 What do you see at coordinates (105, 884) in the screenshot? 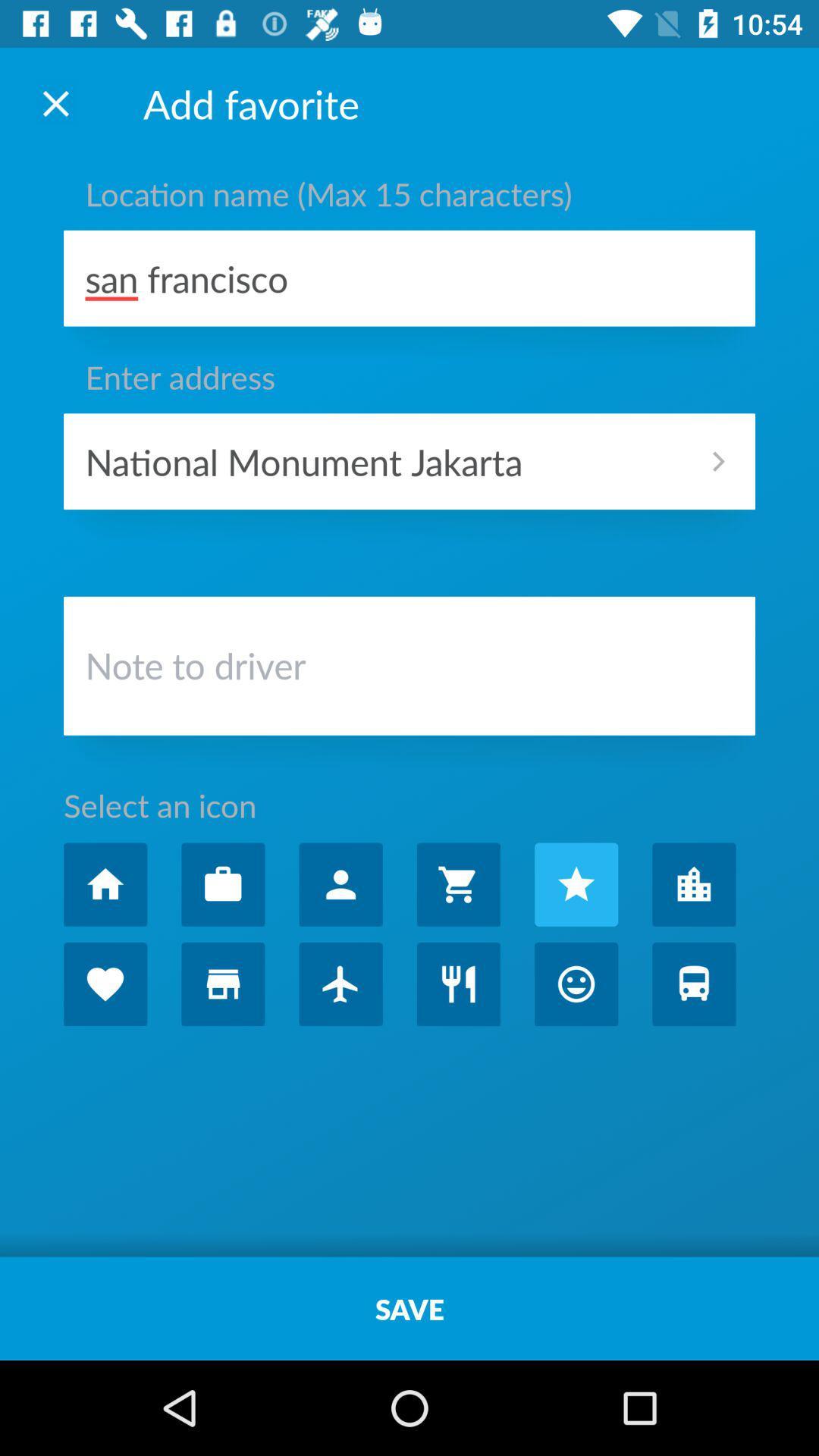
I see `homepage` at bounding box center [105, 884].